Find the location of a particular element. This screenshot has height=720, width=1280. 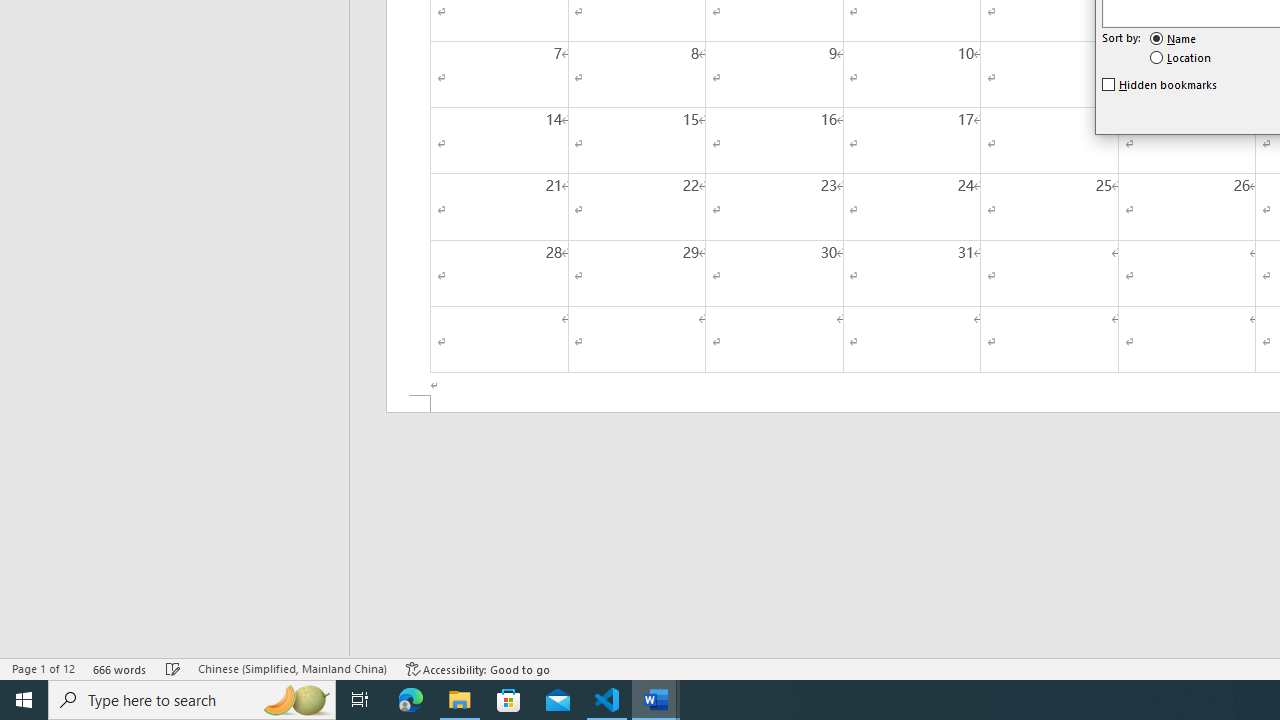

'Location' is located at coordinates (1181, 56).